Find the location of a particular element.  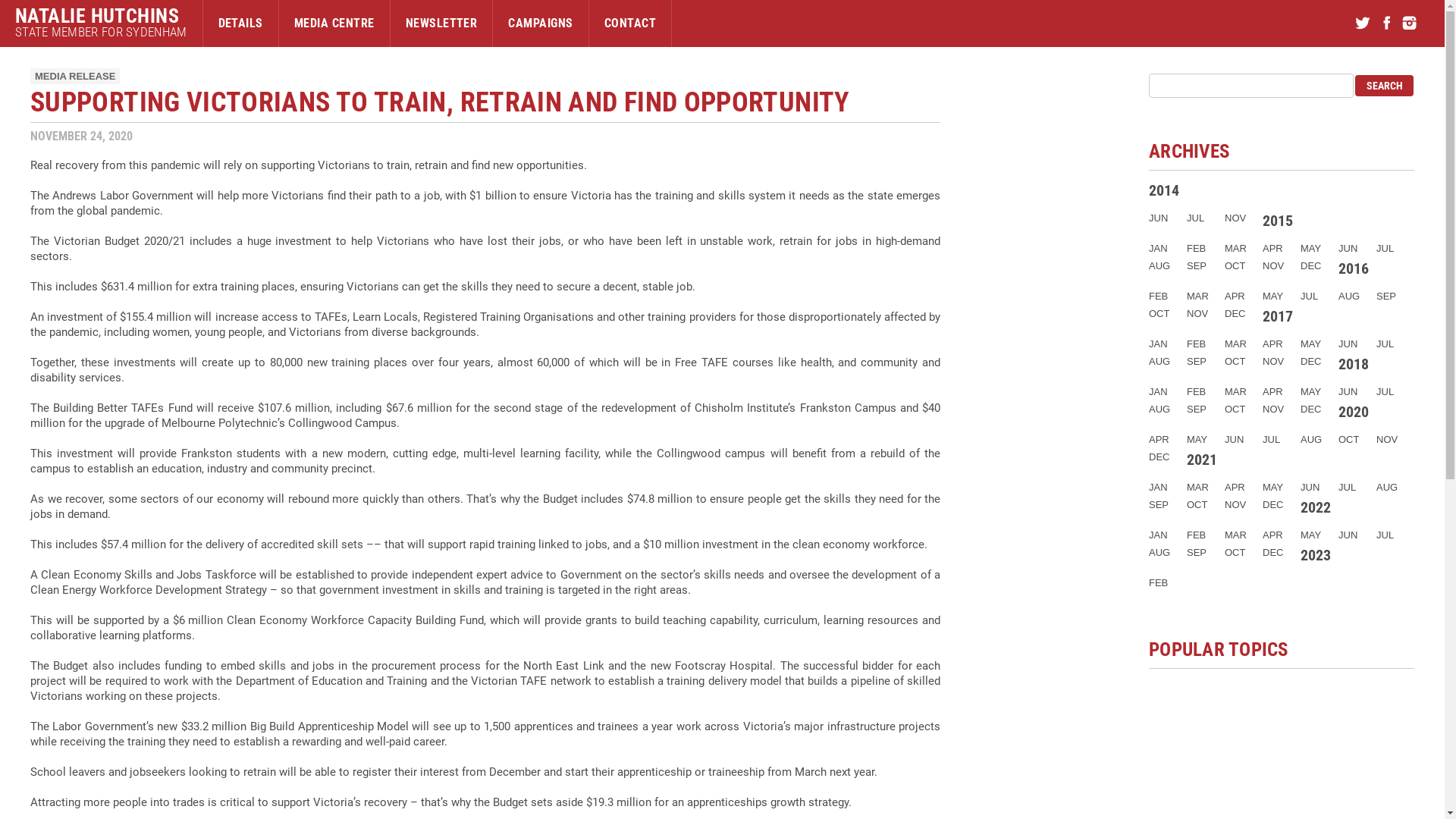

'2021' is located at coordinates (1200, 458).